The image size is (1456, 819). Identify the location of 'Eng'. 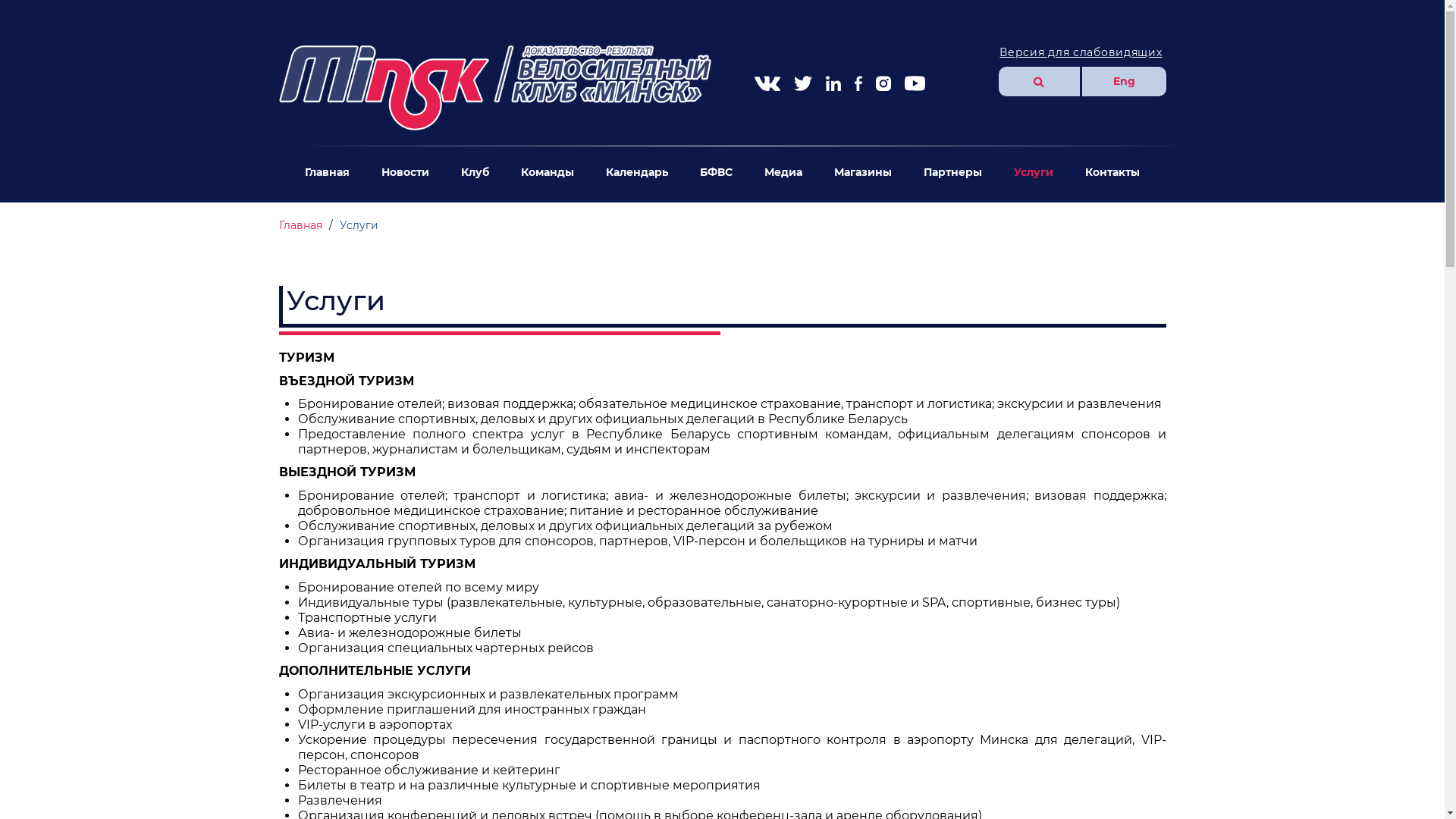
(1123, 81).